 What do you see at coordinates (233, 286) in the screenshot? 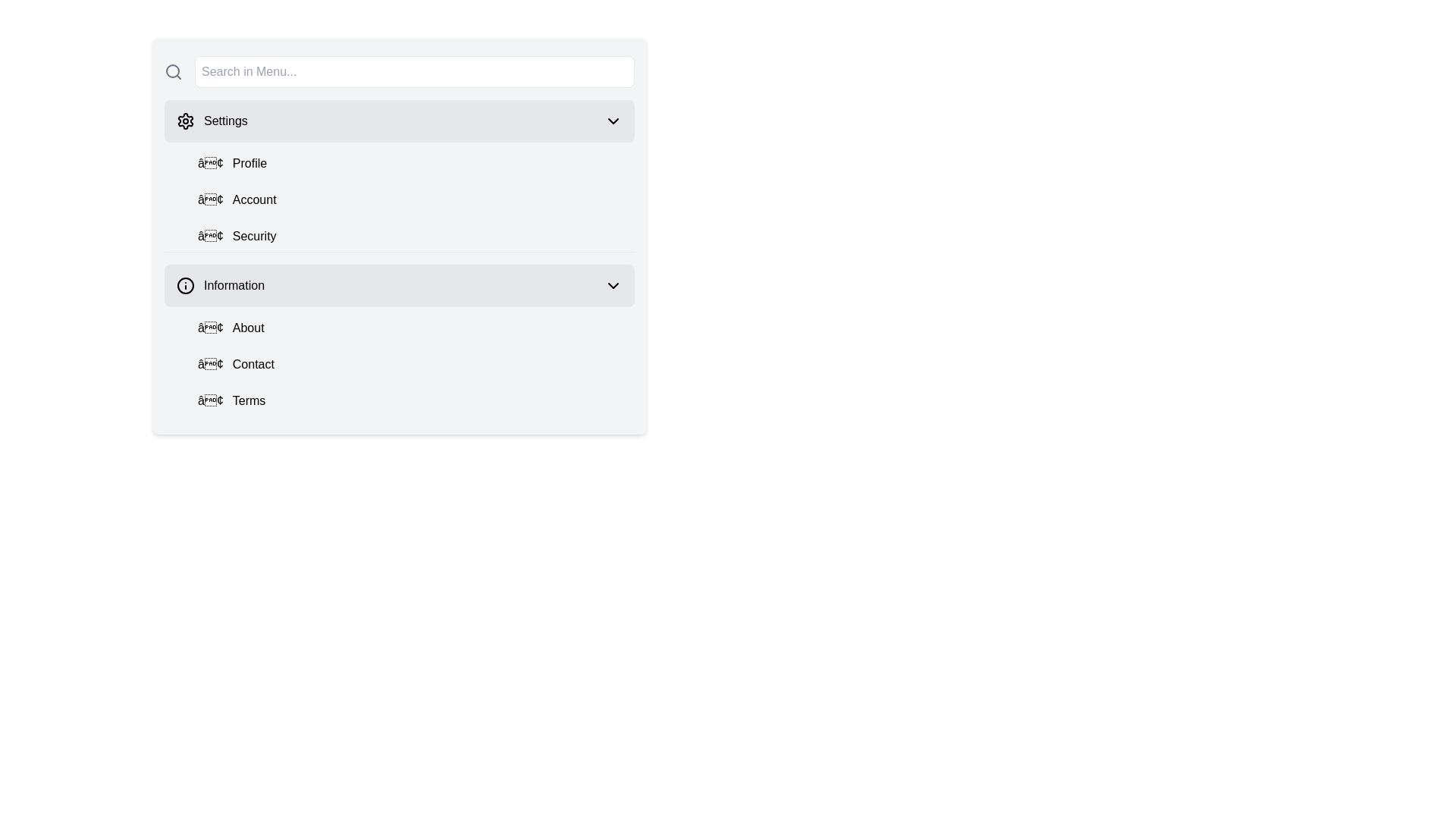
I see `the 'Information' label, which is a static text element displaying the word 'Information' in bold, slightly larger font, positioned to the right of an information icon in a vertically arranged menu layout` at bounding box center [233, 286].